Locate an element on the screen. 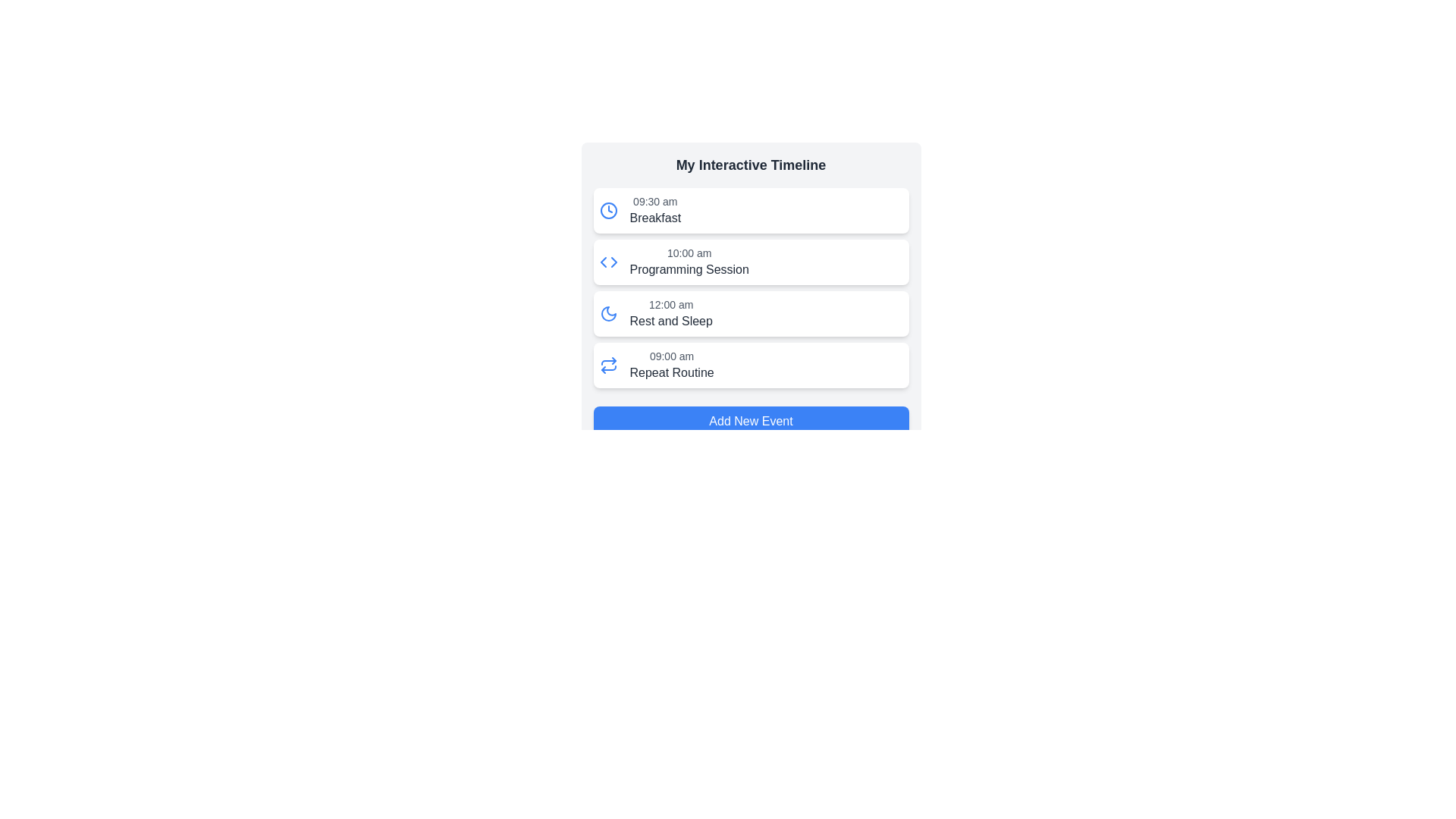 The height and width of the screenshot is (819, 1456). the blue button labeled 'Add New Event' located at the bottom of the timeline component is located at coordinates (751, 421).